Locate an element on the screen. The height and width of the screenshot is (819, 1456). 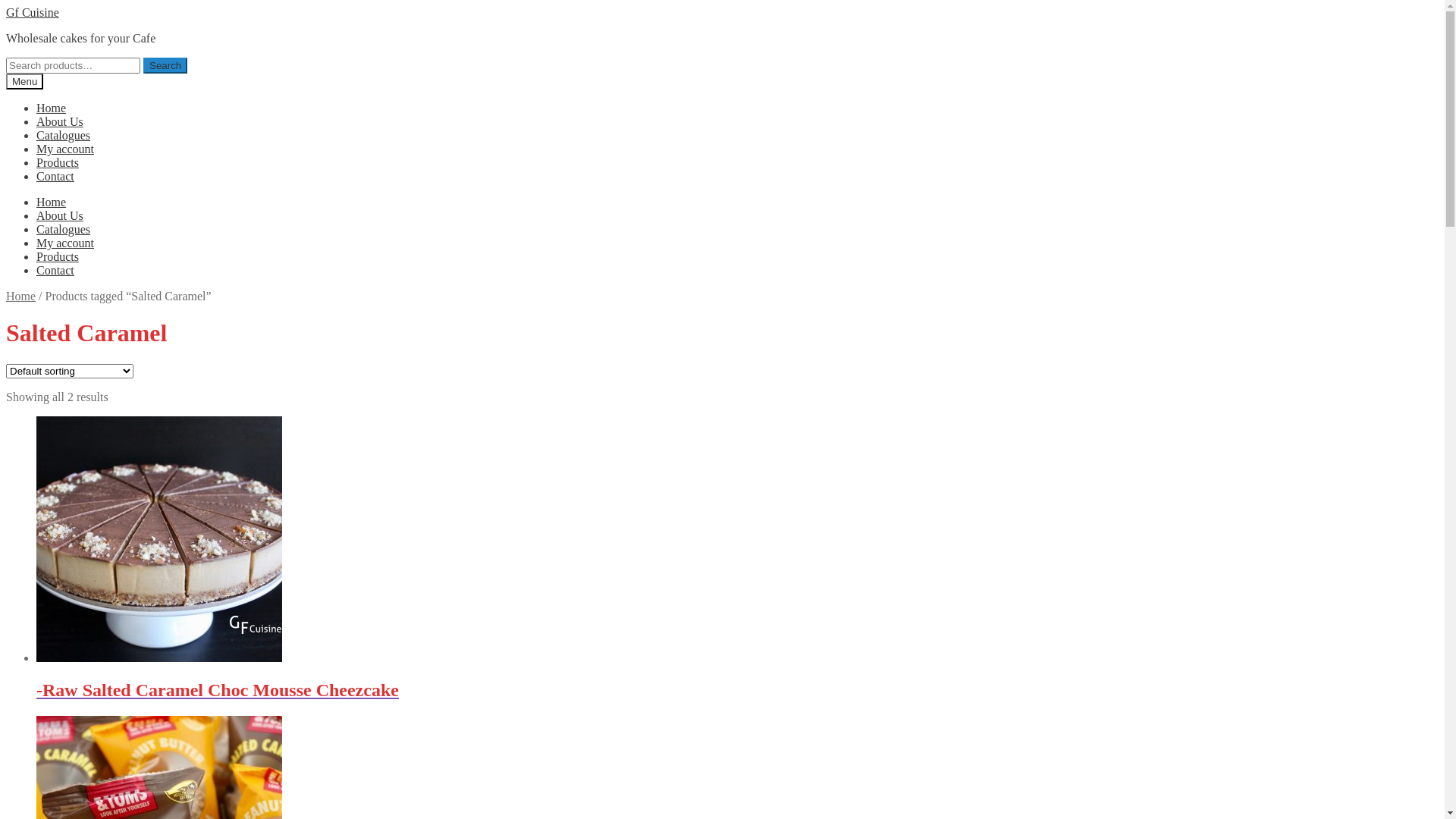
'Products' is located at coordinates (58, 162).